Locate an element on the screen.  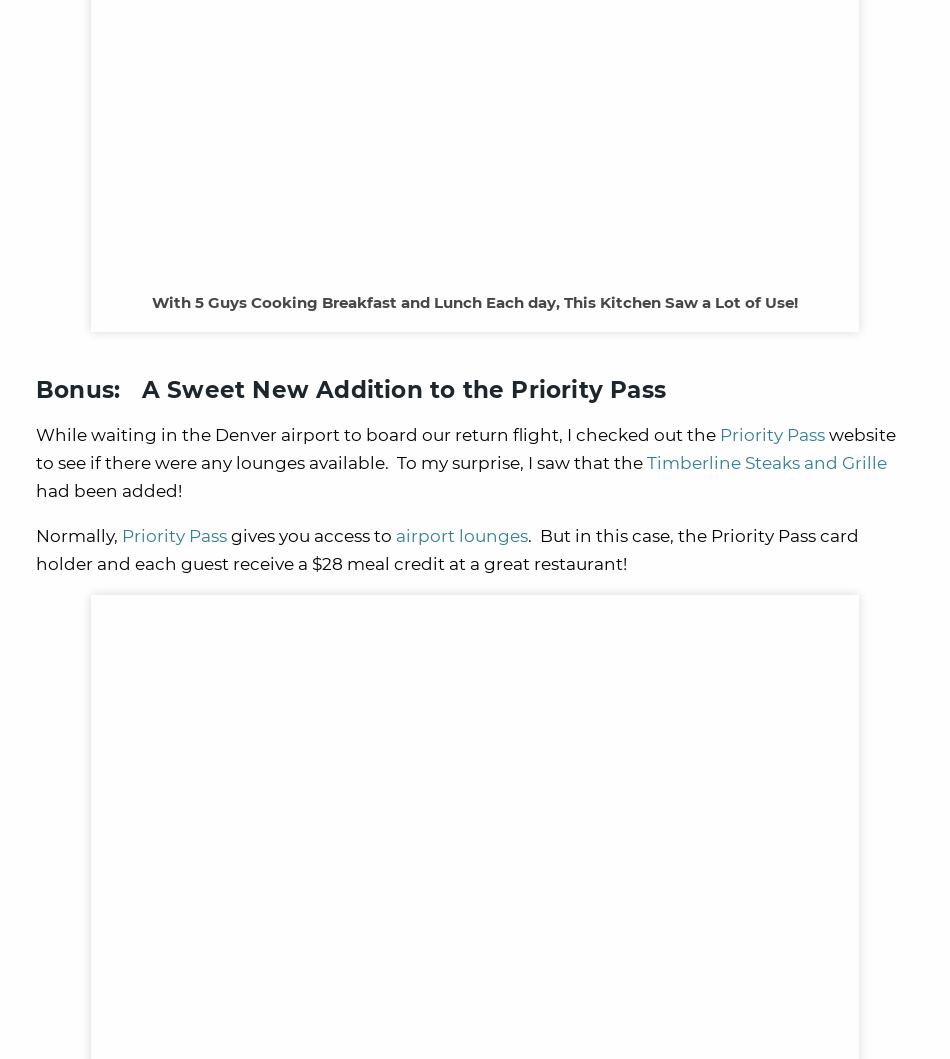
'Timberline Steaks and Grille' is located at coordinates (766, 462).